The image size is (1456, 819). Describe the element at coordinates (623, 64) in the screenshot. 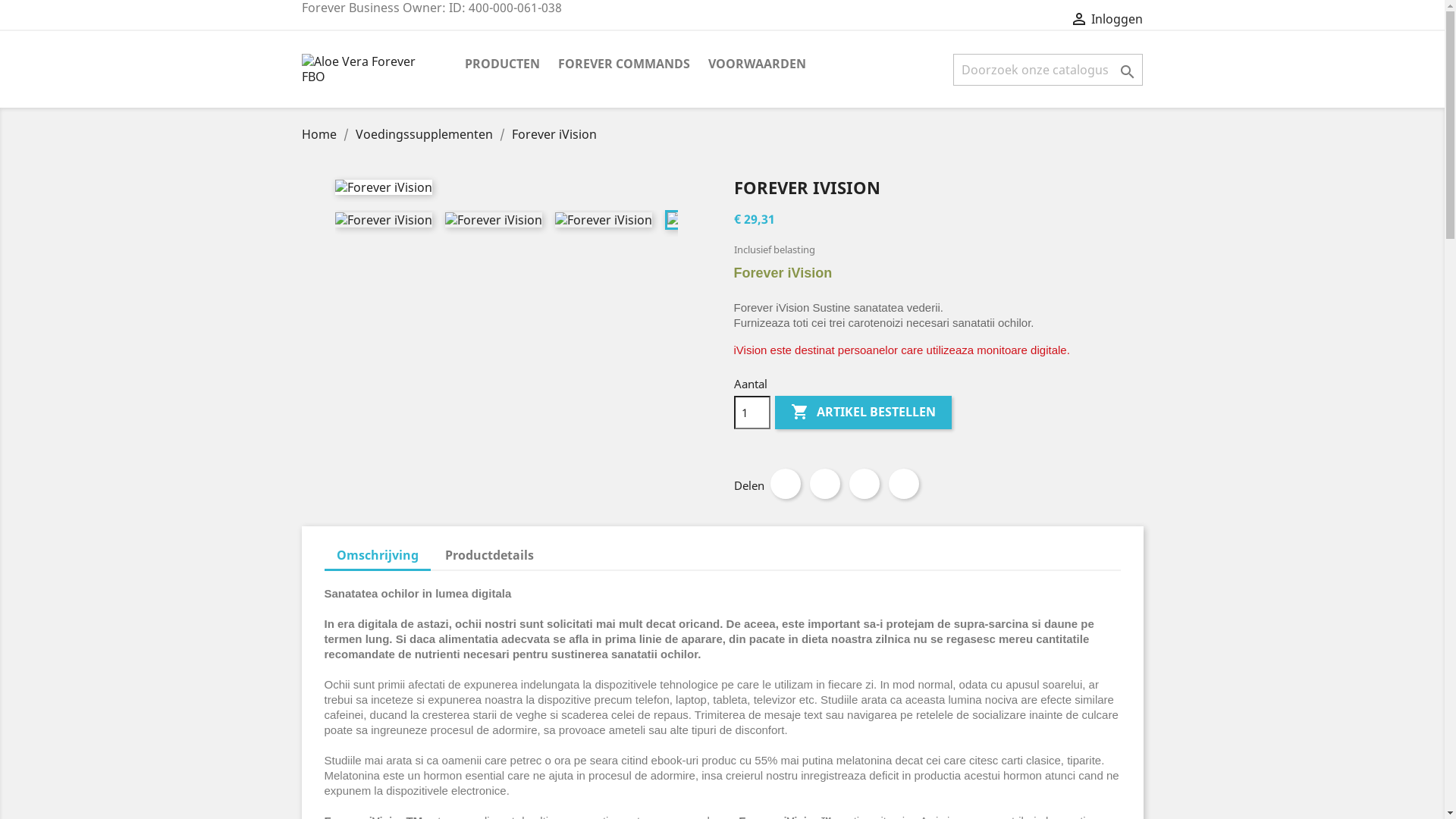

I see `'FOREVER COMMANDS'` at that location.